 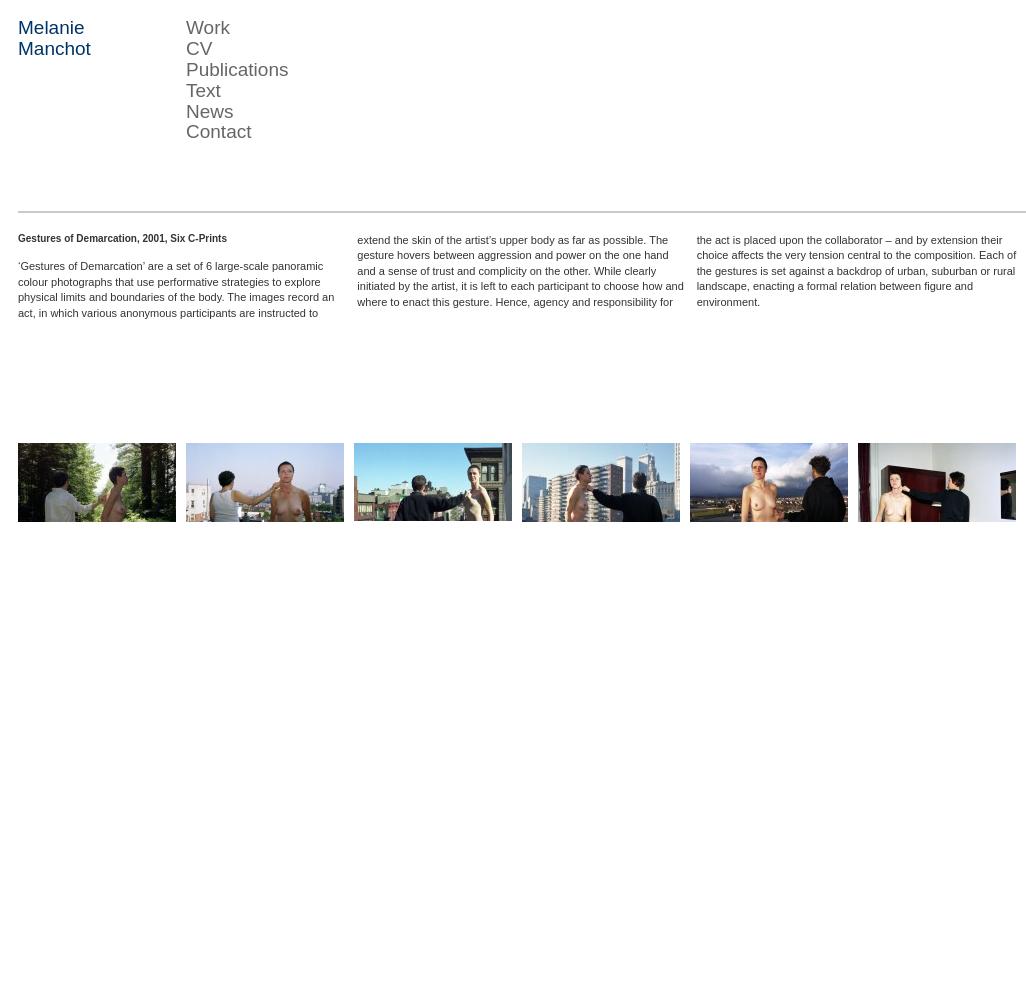 I want to click on '‘Gestures of Demarcation’ are a set of 6 large-scale panoramic colour photographs that use performative strategies to explore physical limits and boundaries of the body. 

The images record an act, in which various anonymous participants are instructed to extend the skin of the artist’s upper body as far as possible. 

The gesture hovers between aggression and power on the one hand and a sense of trust and complicity on the other.  While clearly initiated by the artist, it is left to each participant to choose how and where to enact this gesture. Hence, agency and responsibility for the act is placed upon the collaborator – and by extension their choice affects the very tension central to the composition. Each of the gestures is set against a backdrop of urban, suburban or rural landscape, enacting a formal relation between figure and environment.', so click(x=517, y=276).